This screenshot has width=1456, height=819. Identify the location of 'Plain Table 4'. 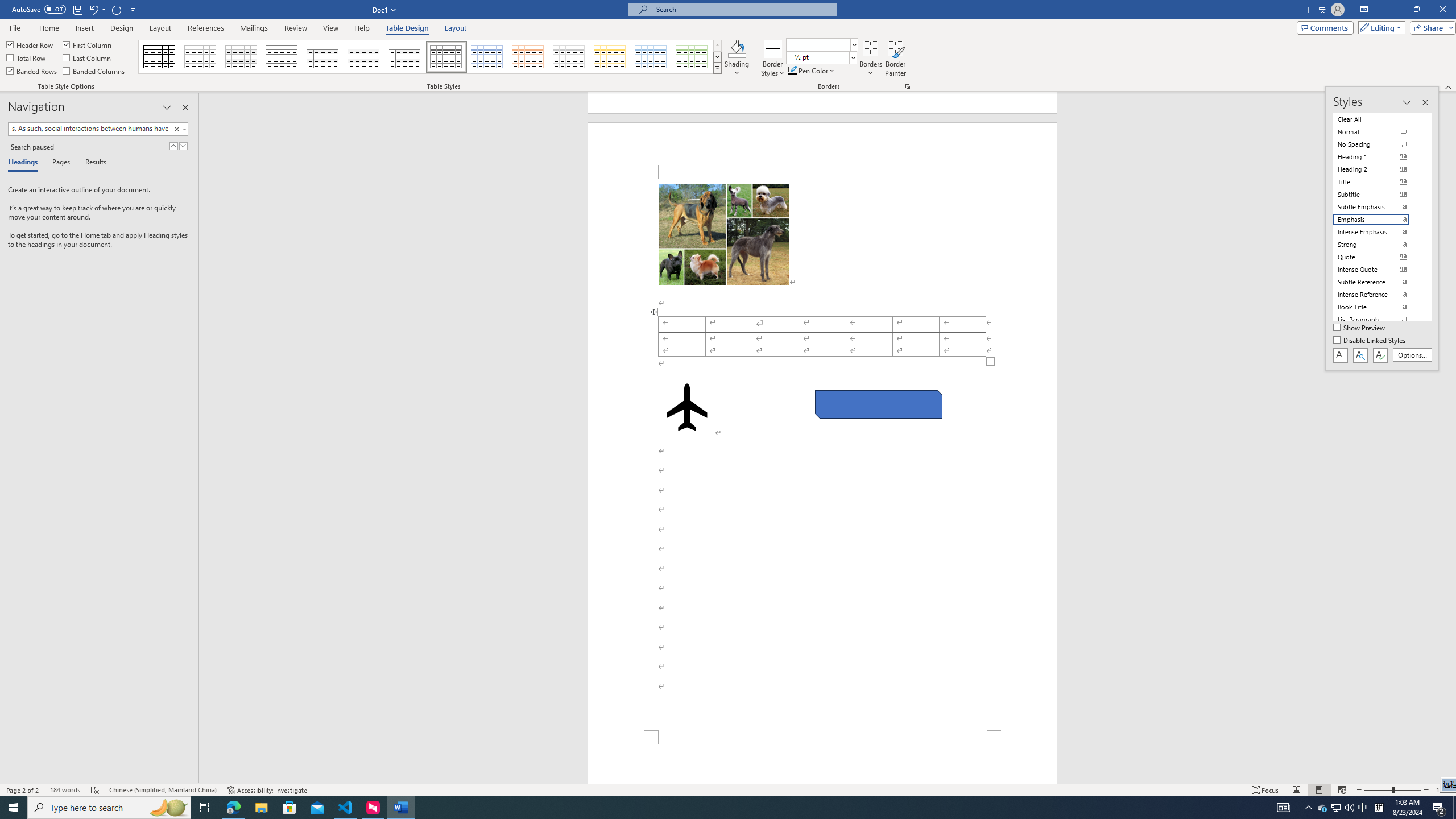
(364, 56).